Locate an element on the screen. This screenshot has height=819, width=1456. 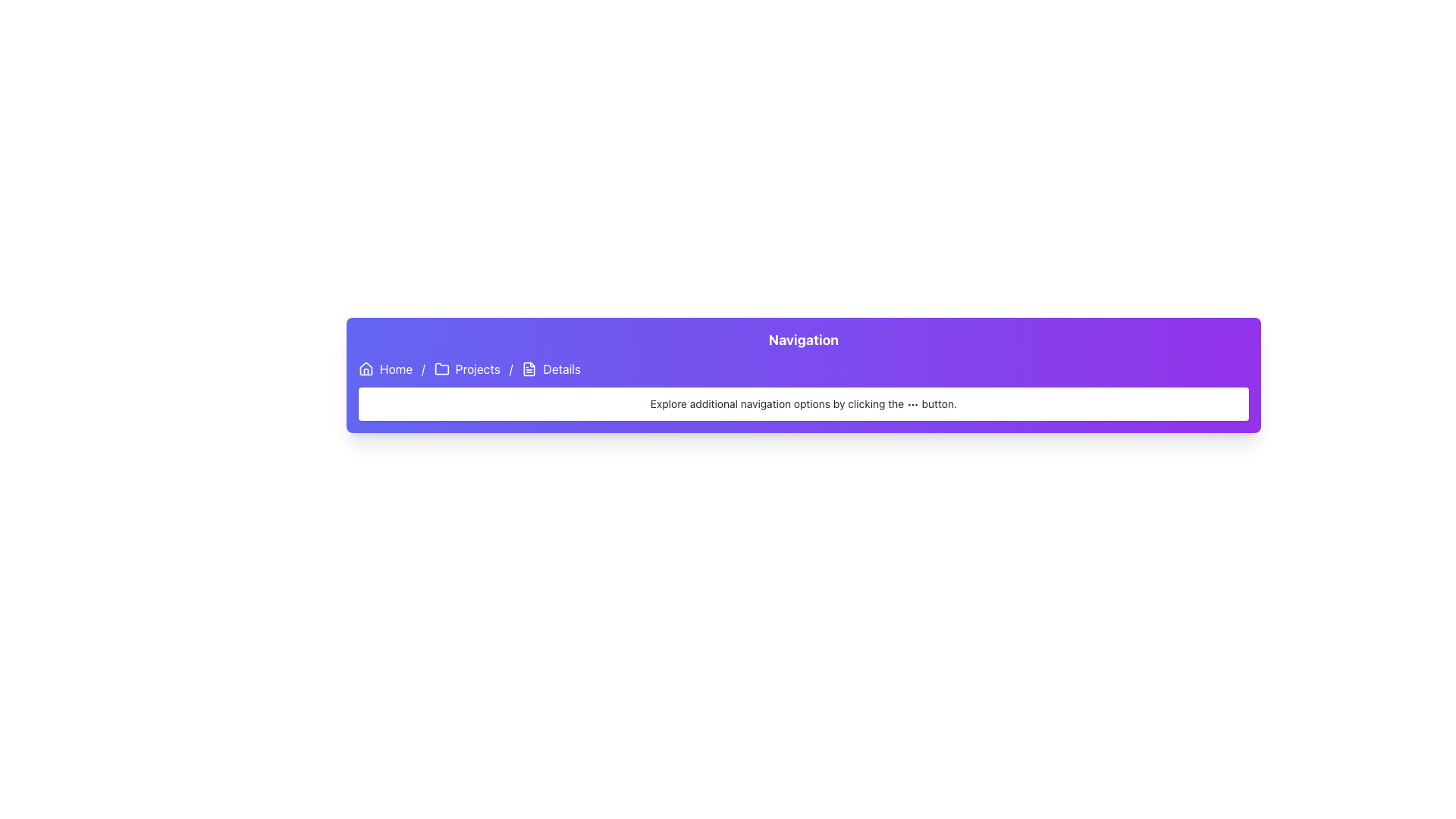
the 'Details' text label in the breadcrumb navigation bar is located at coordinates (561, 369).